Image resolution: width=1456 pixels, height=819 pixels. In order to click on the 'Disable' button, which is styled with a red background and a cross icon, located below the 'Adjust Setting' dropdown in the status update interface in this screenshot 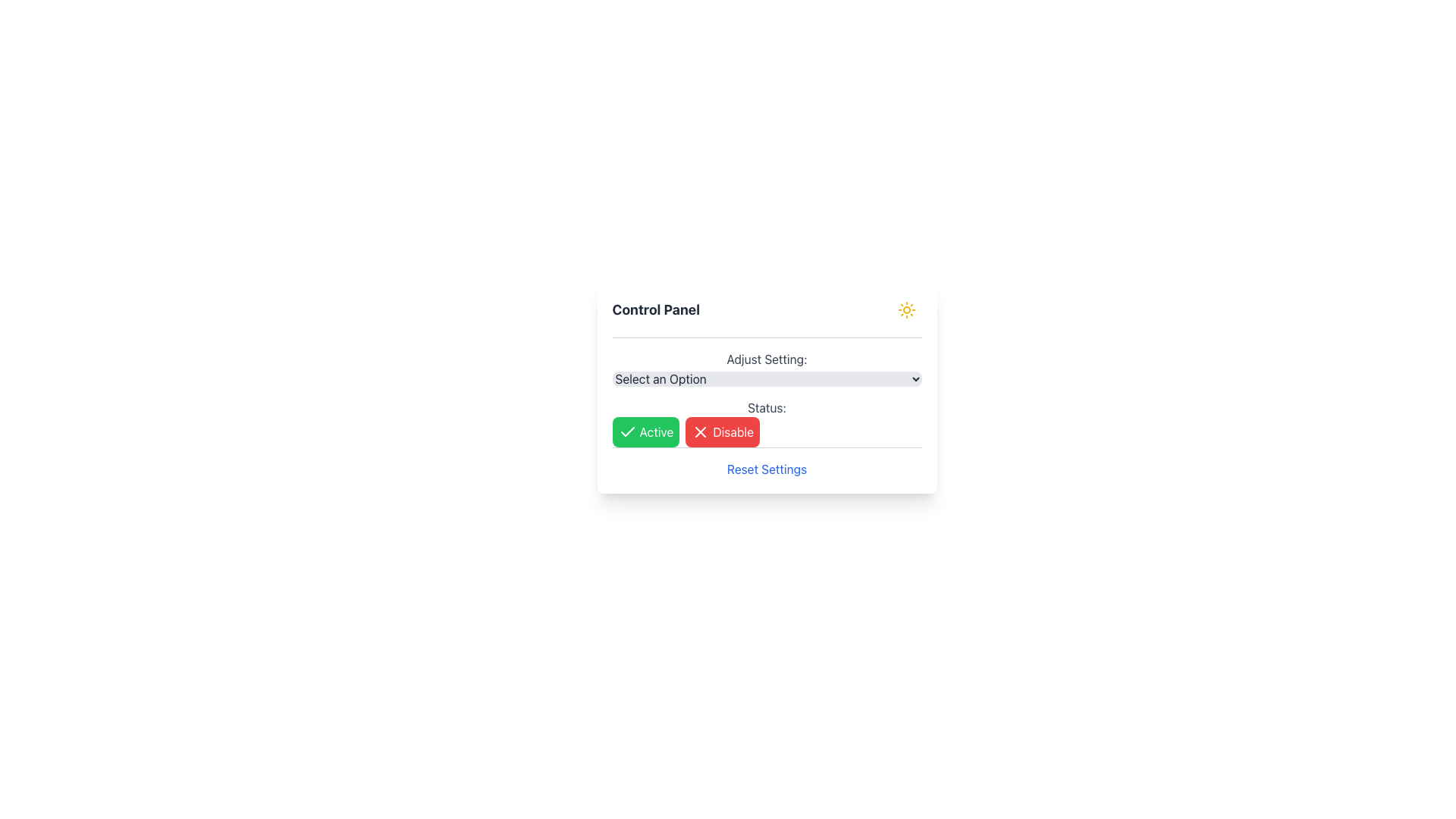, I will do `click(767, 423)`.